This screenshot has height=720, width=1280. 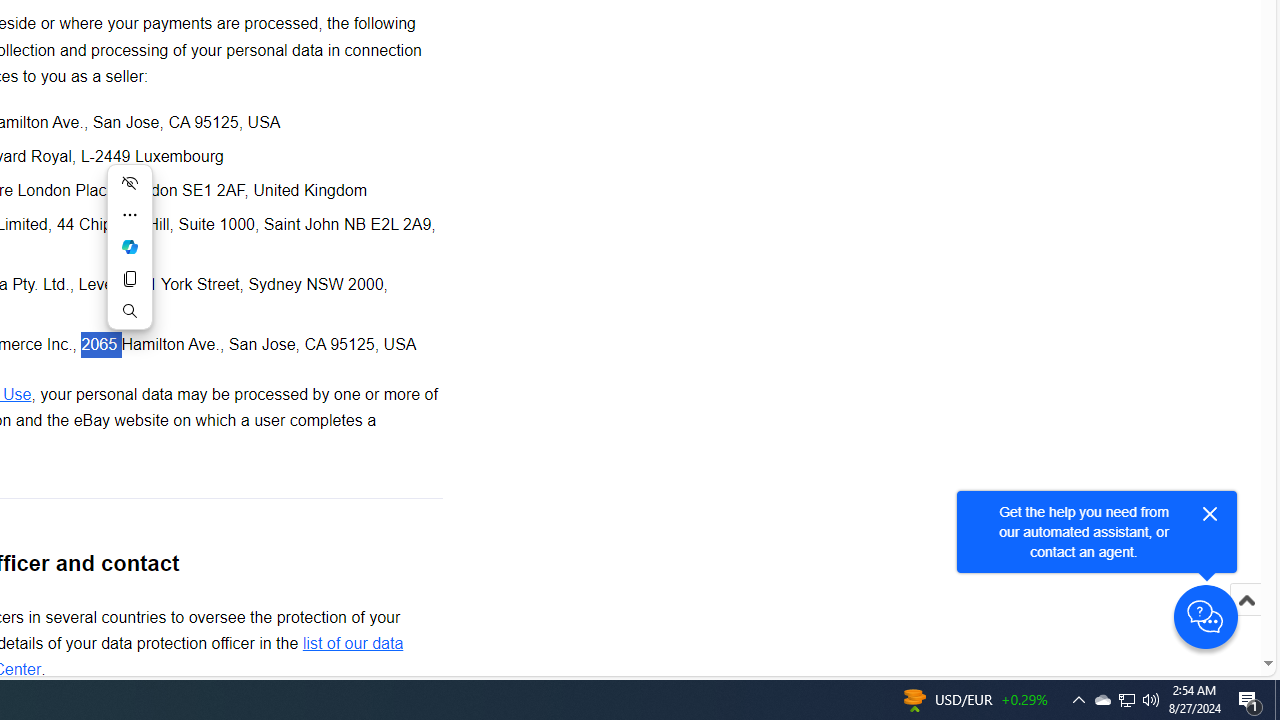 I want to click on 'More actions', so click(x=128, y=214).